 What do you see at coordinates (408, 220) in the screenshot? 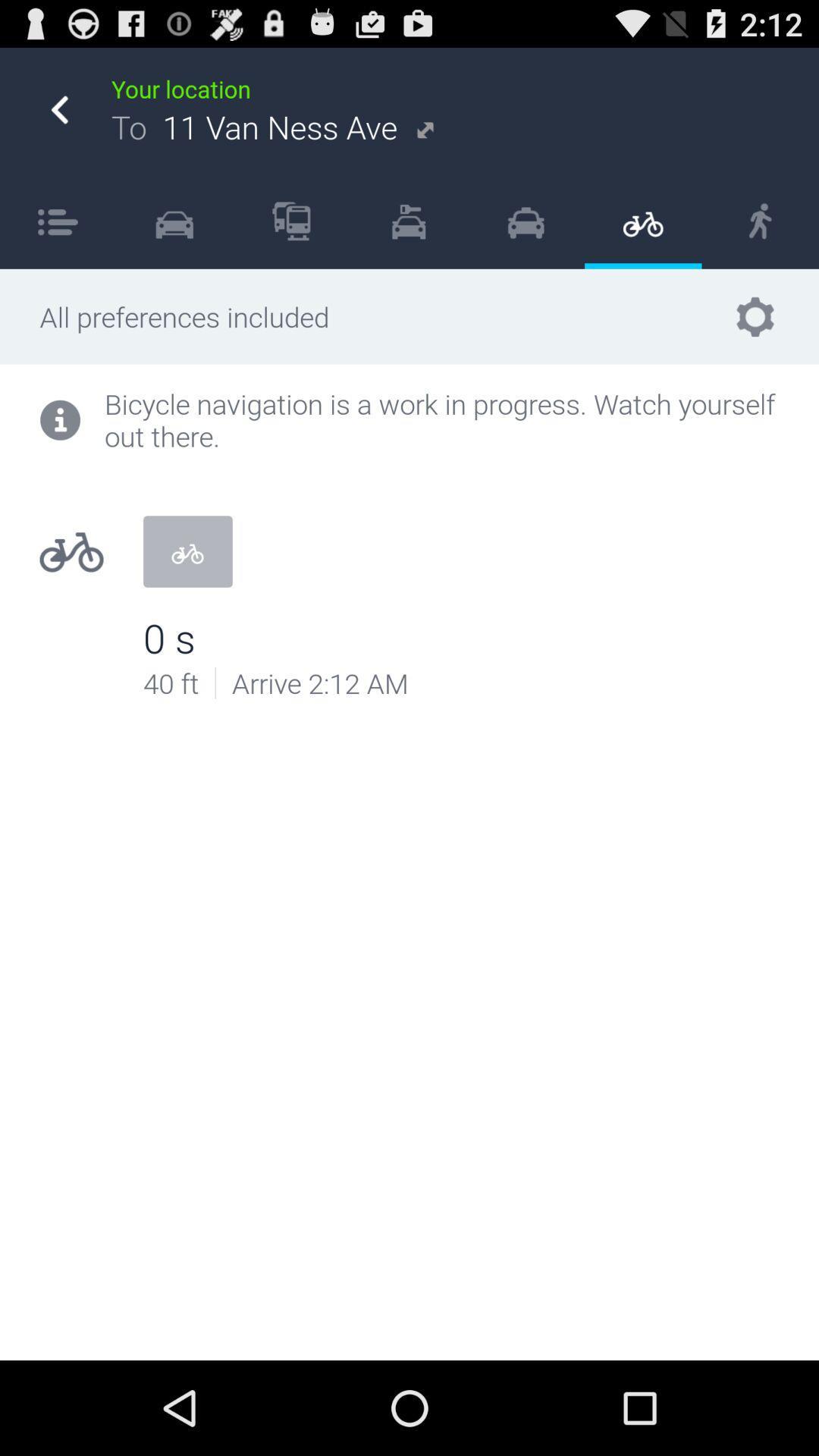
I see `the` at bounding box center [408, 220].